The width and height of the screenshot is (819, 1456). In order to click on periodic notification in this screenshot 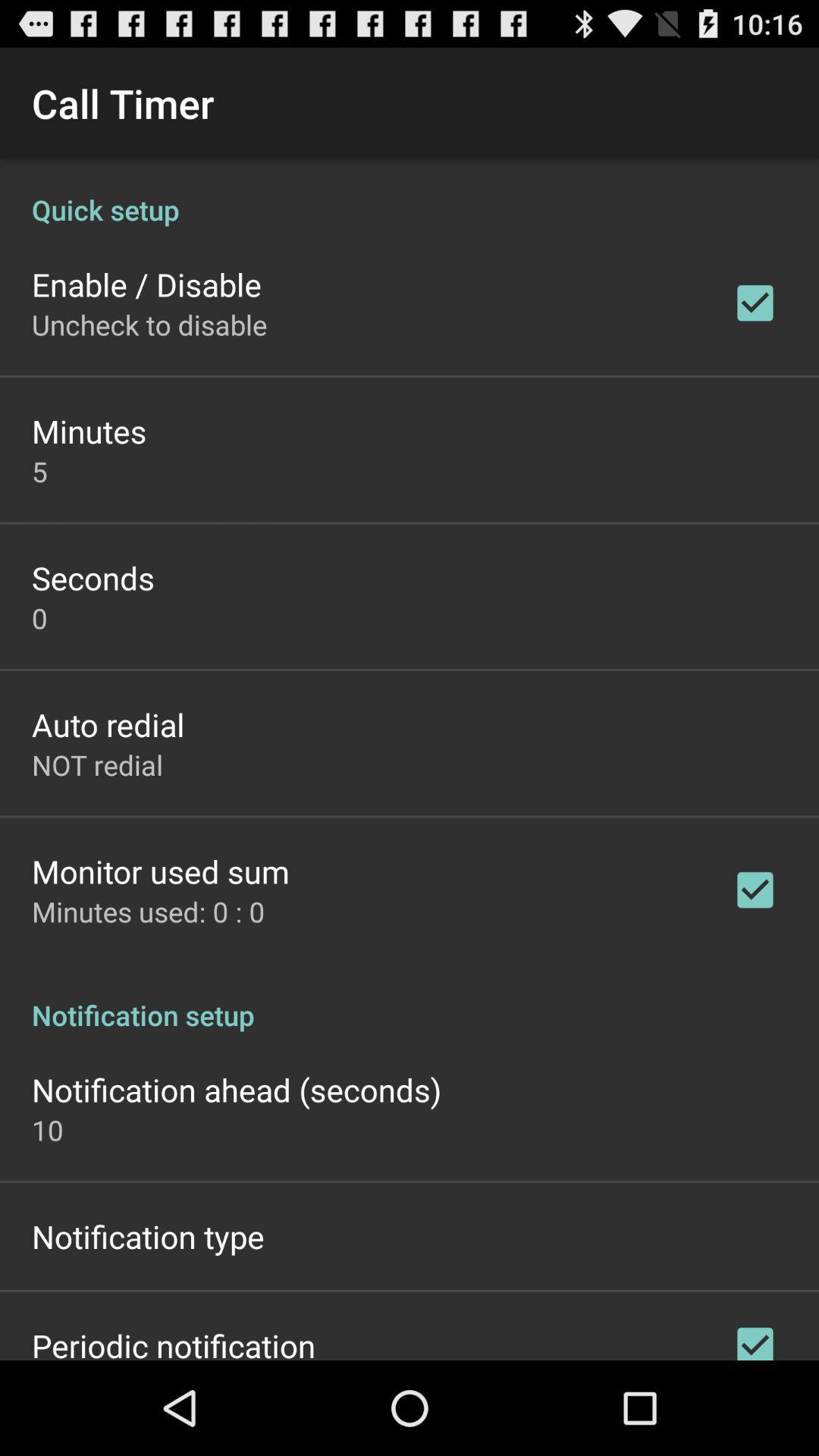, I will do `click(173, 1342)`.